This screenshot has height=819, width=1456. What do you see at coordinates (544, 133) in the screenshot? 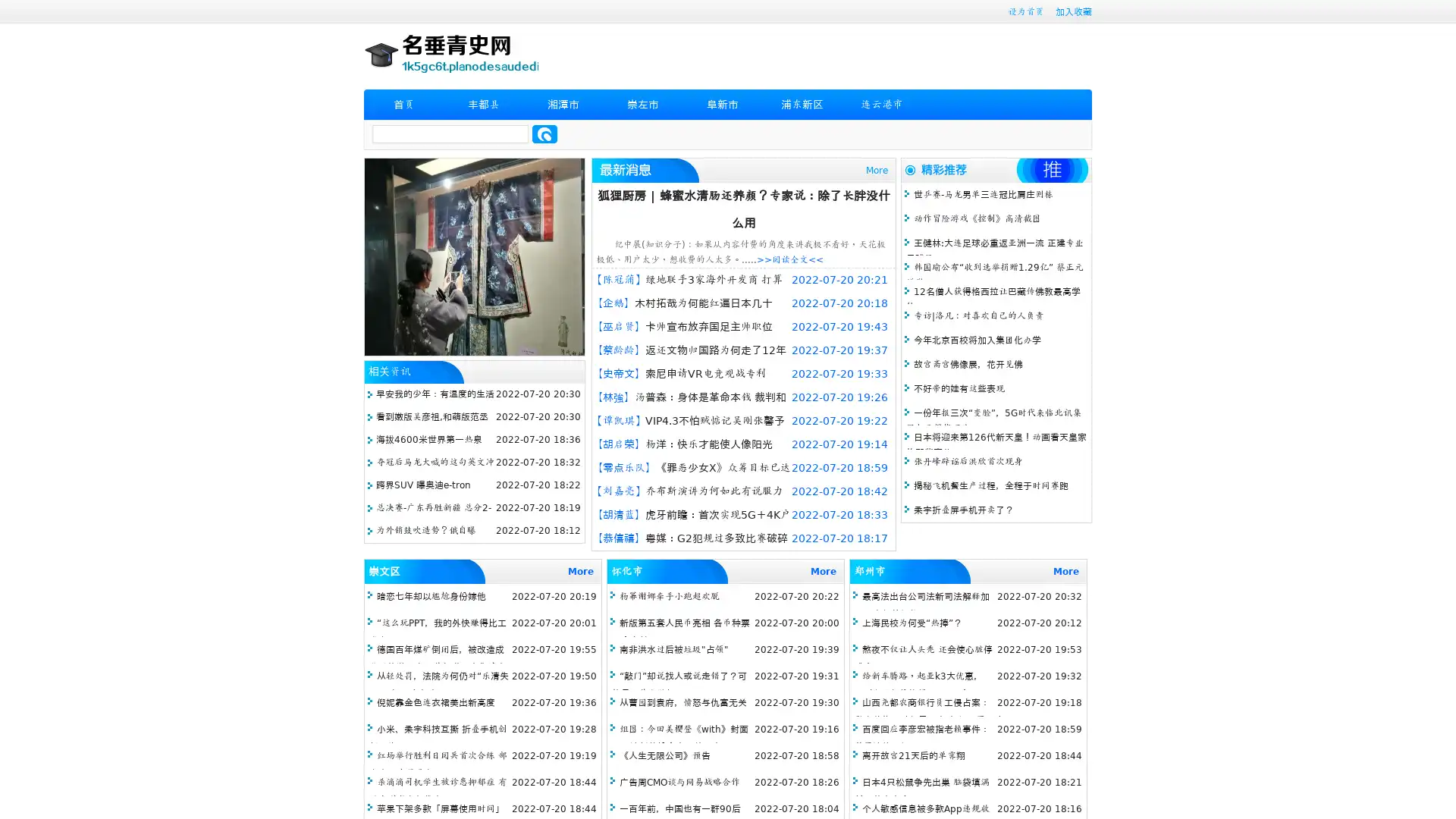
I see `Search` at bounding box center [544, 133].